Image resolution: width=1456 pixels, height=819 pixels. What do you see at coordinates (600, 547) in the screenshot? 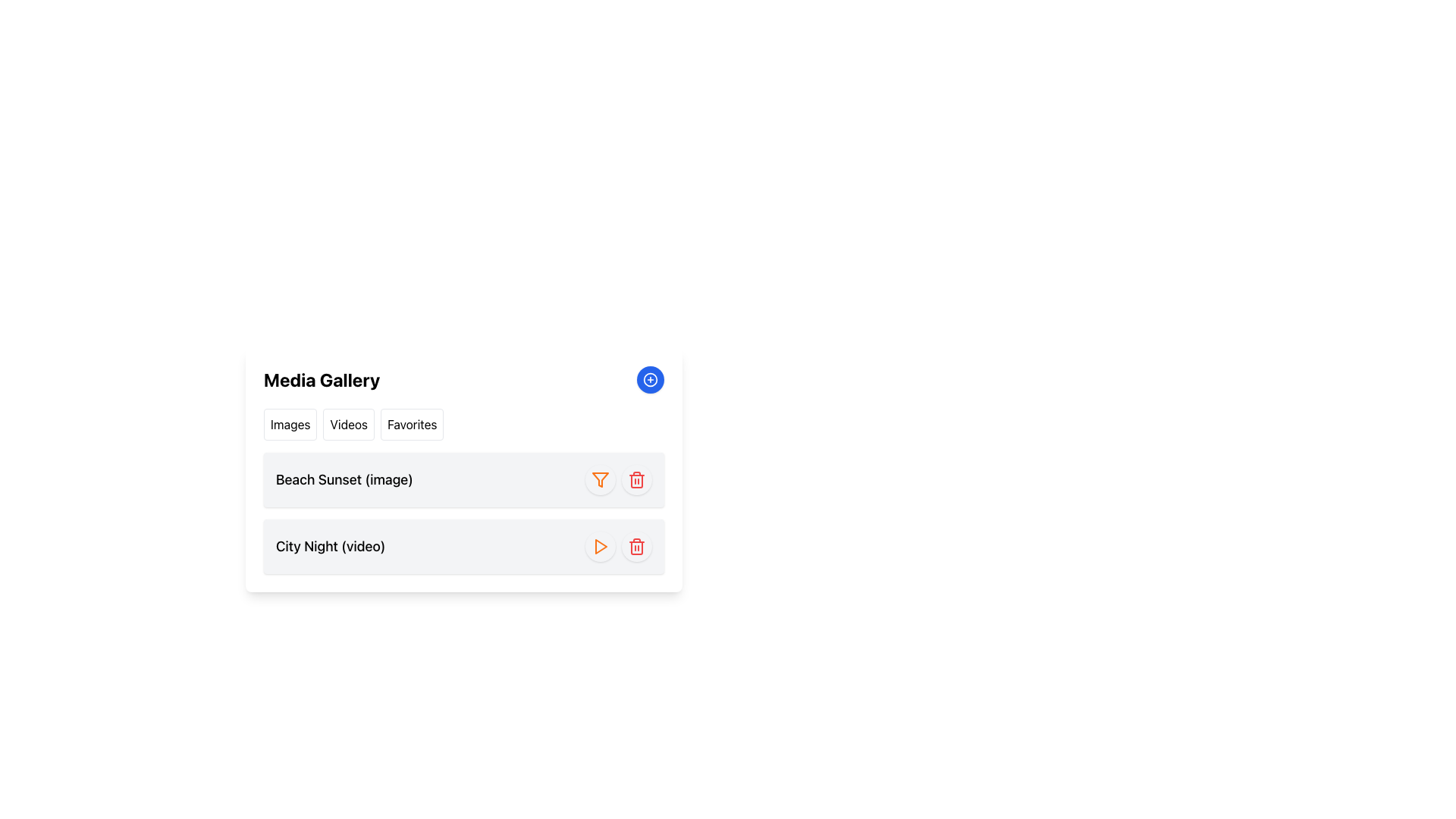
I see `the playback button` at bounding box center [600, 547].